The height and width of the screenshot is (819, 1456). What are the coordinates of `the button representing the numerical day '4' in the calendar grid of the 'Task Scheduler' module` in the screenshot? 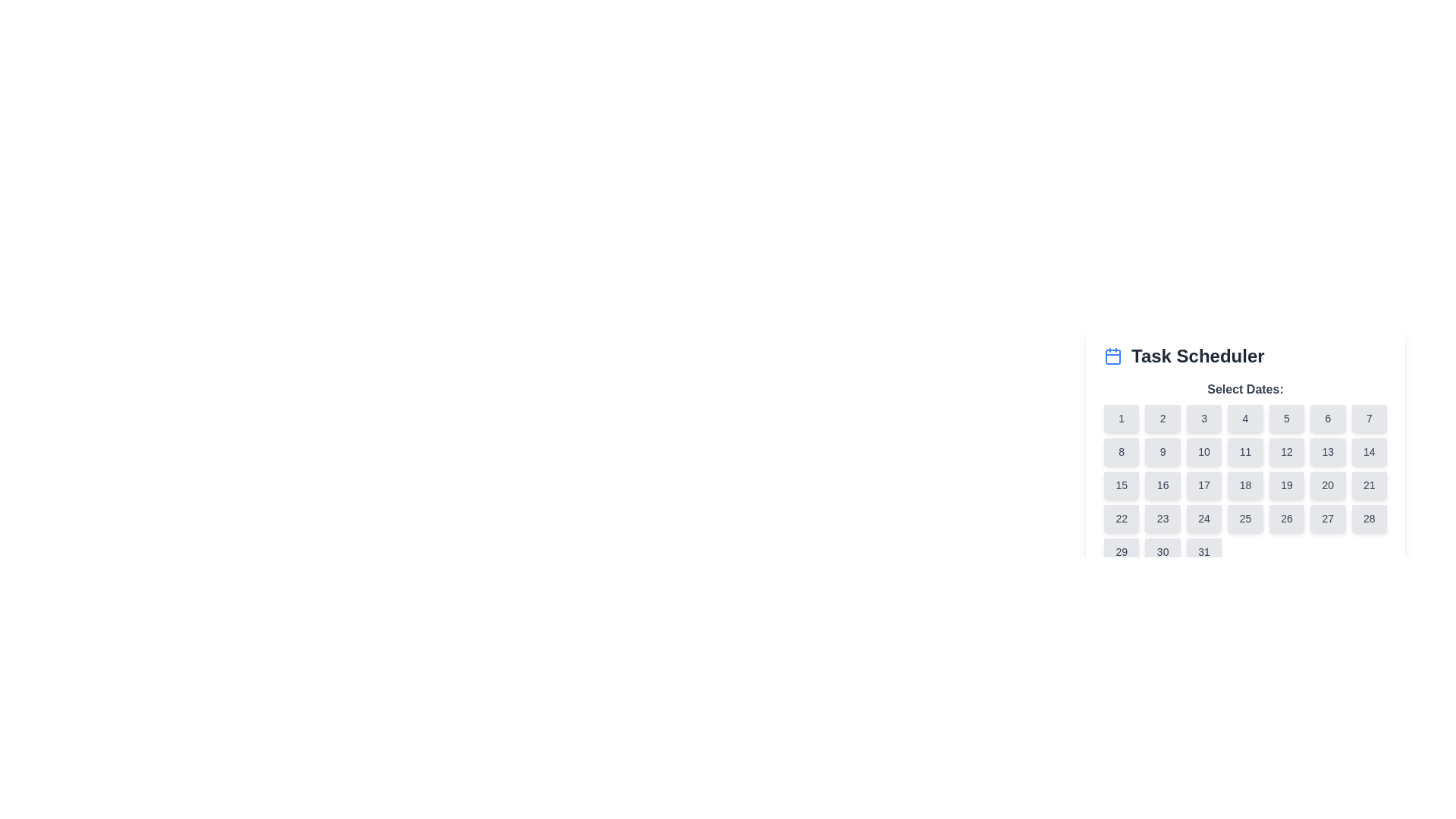 It's located at (1245, 432).